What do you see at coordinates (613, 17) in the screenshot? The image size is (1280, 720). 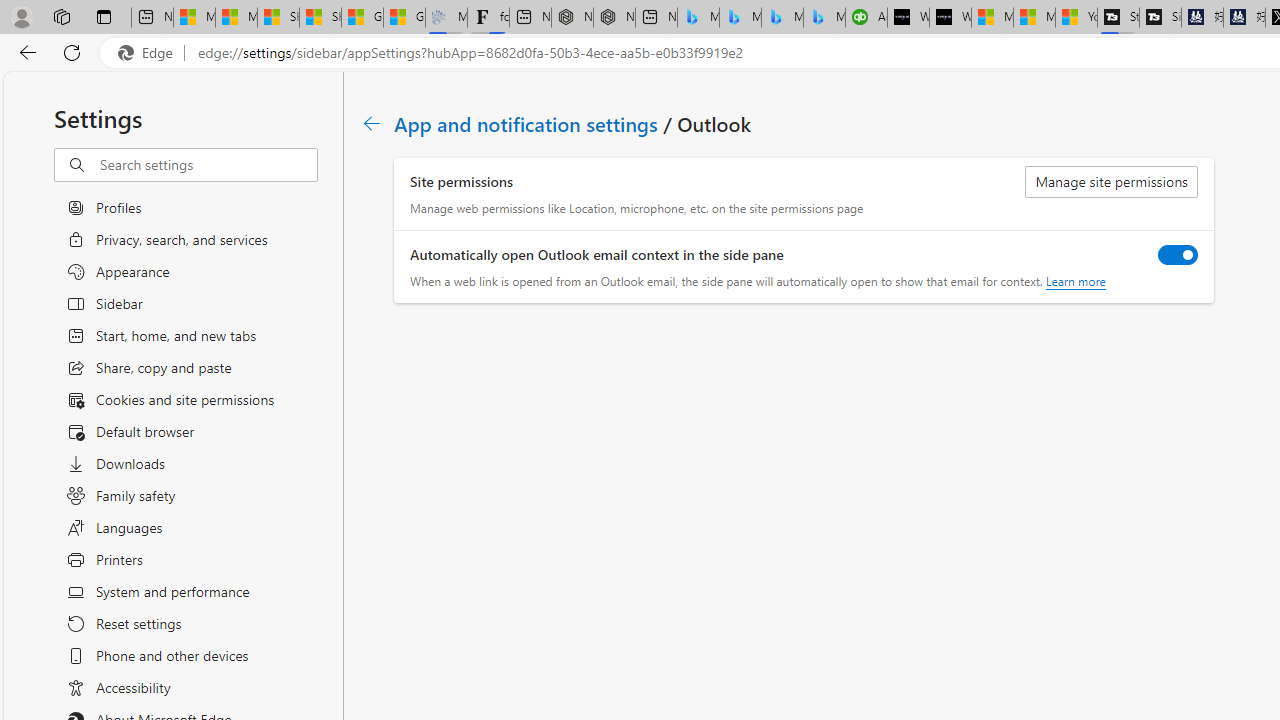 I see `'Nordace - #1 Japanese Best-Seller - Siena Smart Backpack'` at bounding box center [613, 17].